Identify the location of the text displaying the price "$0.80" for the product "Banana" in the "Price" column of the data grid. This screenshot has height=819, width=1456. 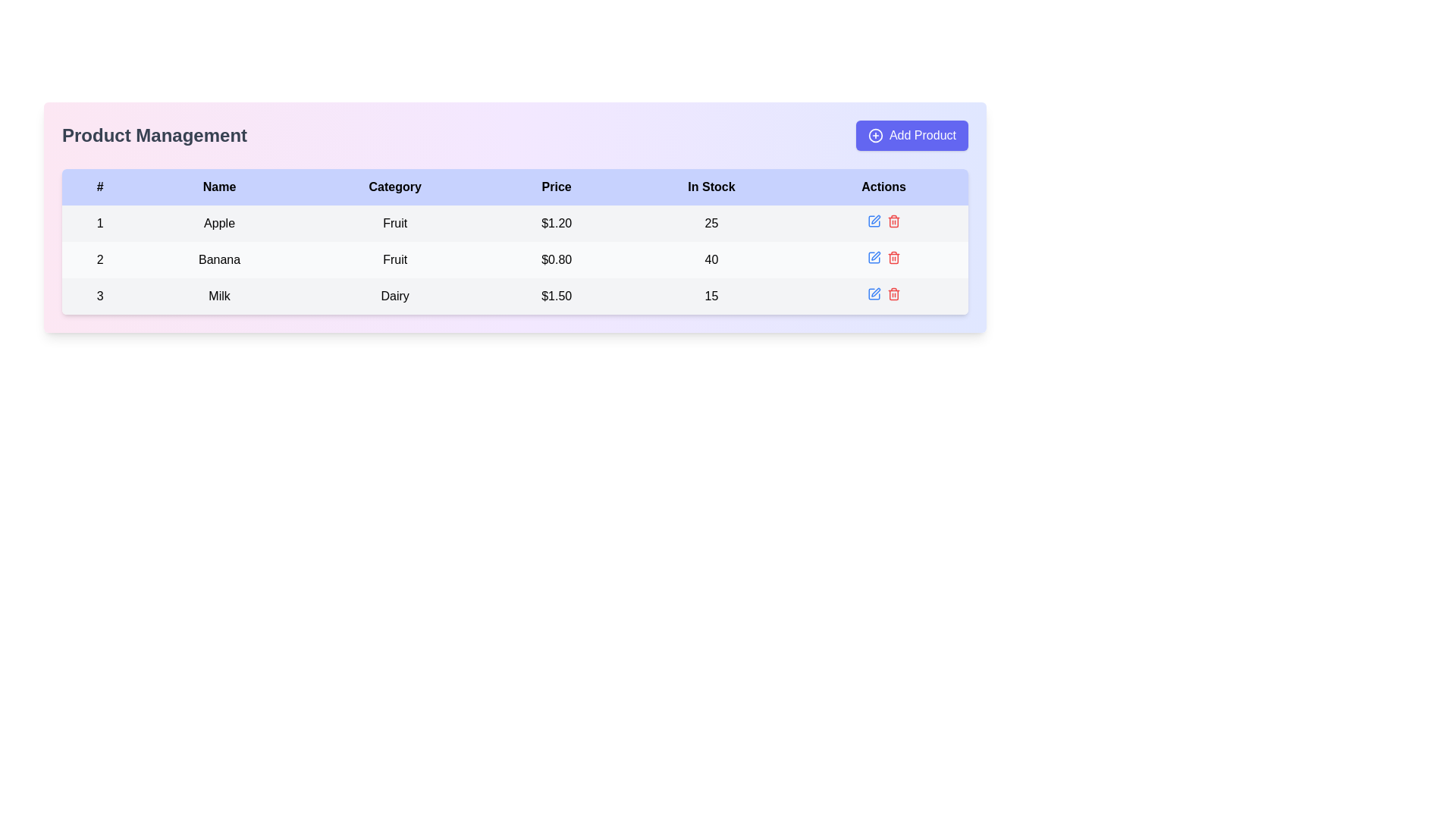
(556, 259).